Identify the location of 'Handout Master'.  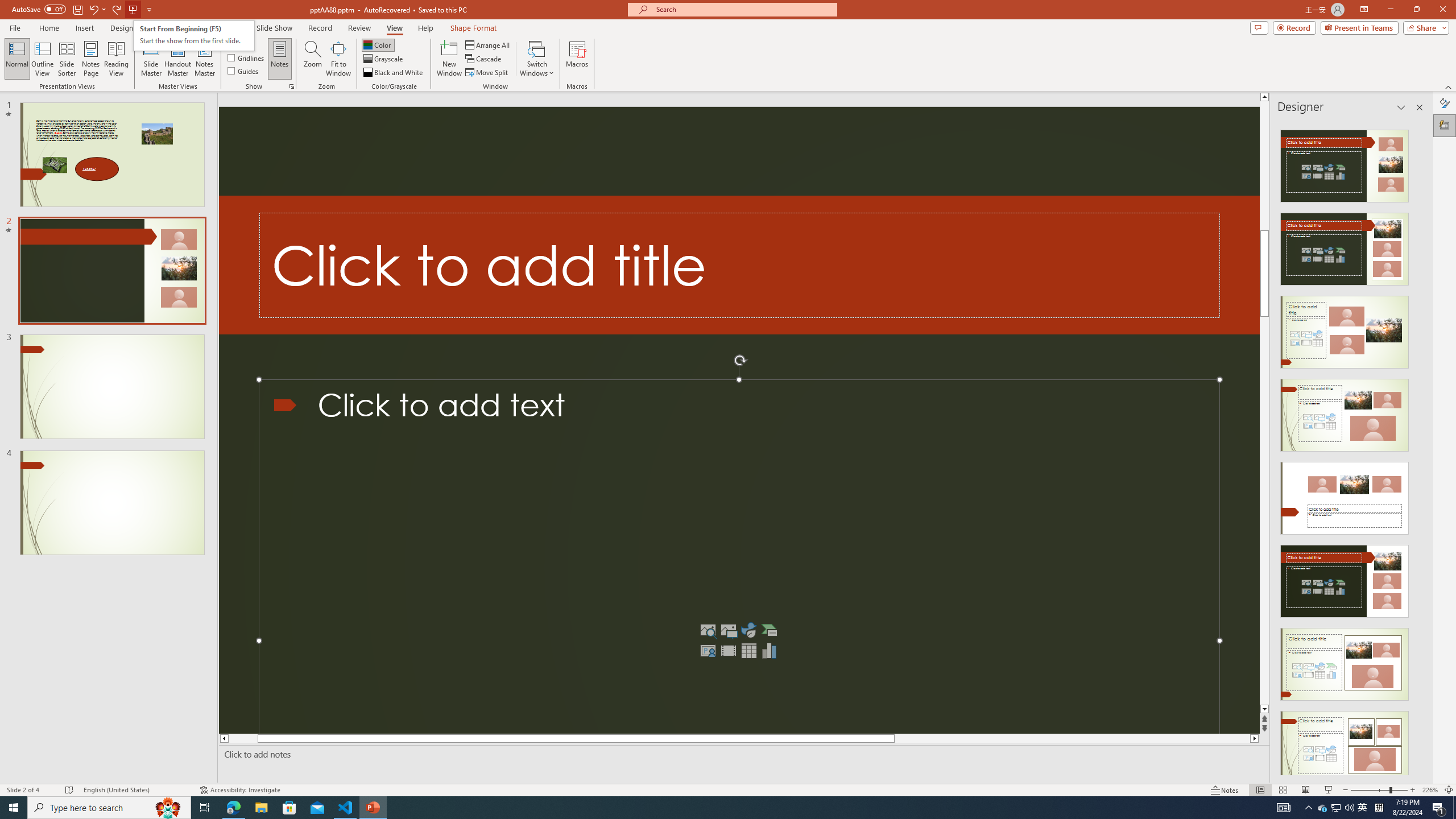
(177, 59).